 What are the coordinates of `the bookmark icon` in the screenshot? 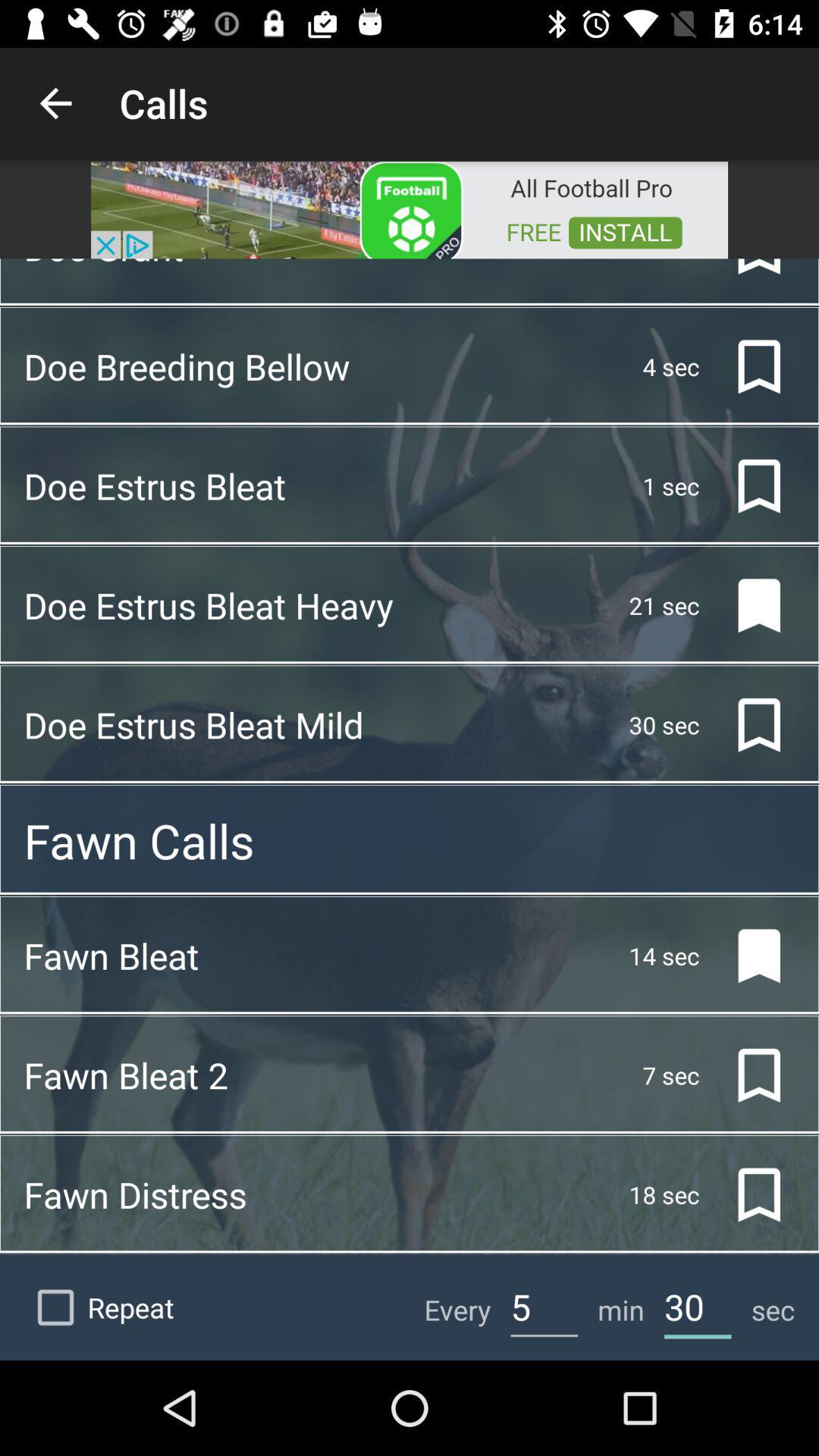 It's located at (746, 366).